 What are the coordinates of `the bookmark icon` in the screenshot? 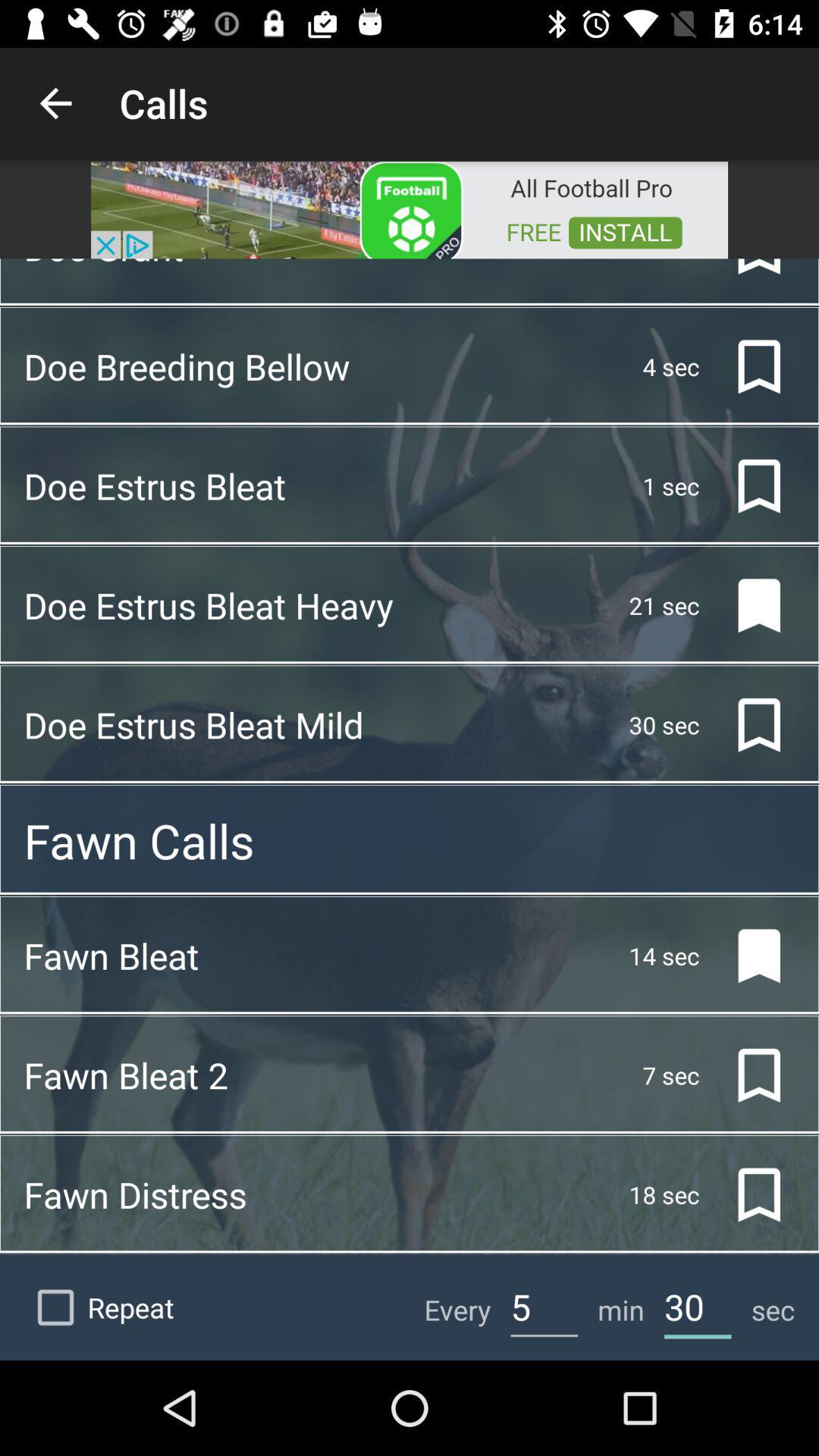 It's located at (746, 366).